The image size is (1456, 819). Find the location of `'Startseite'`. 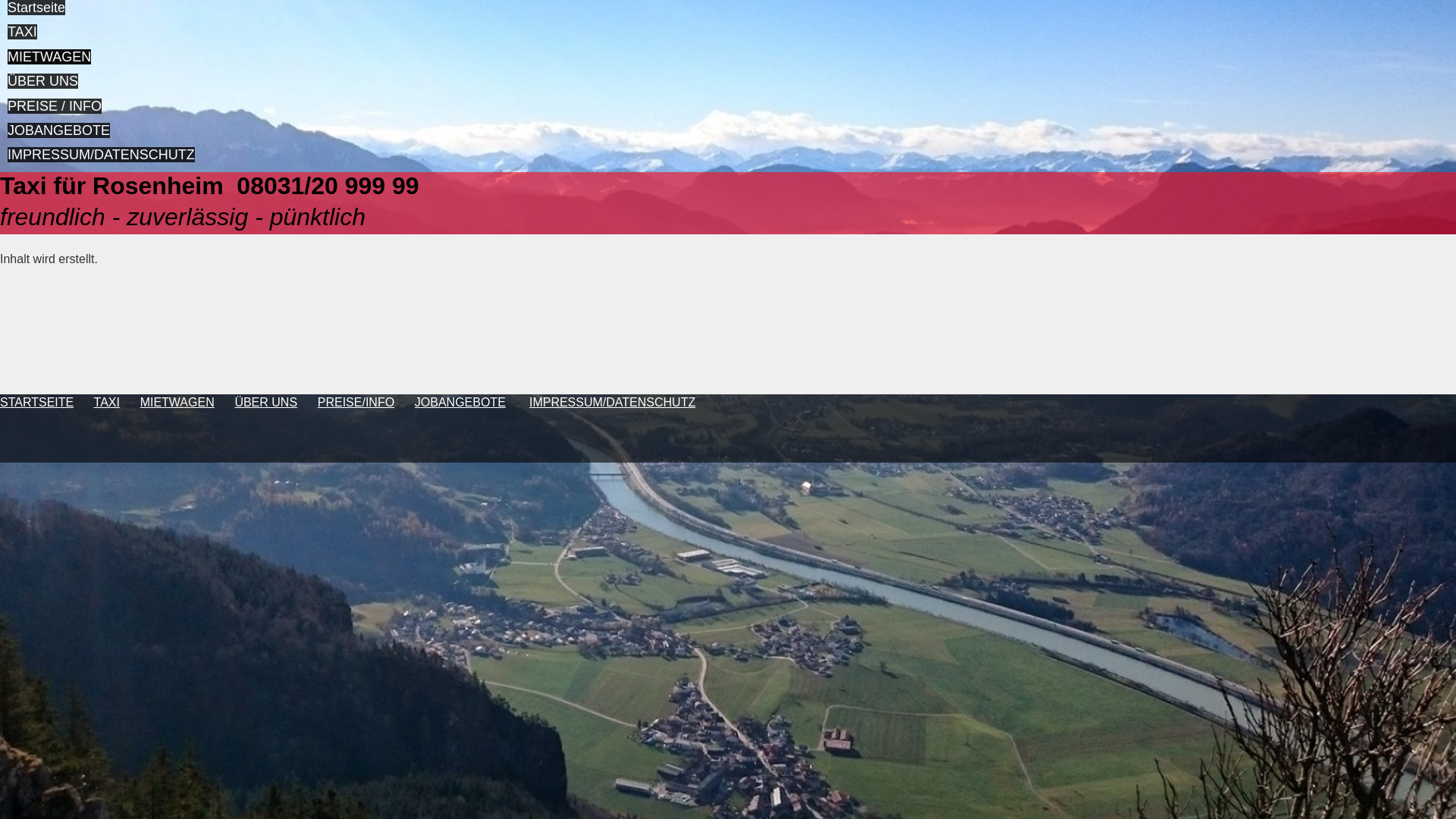

'Startseite' is located at coordinates (36, 8).